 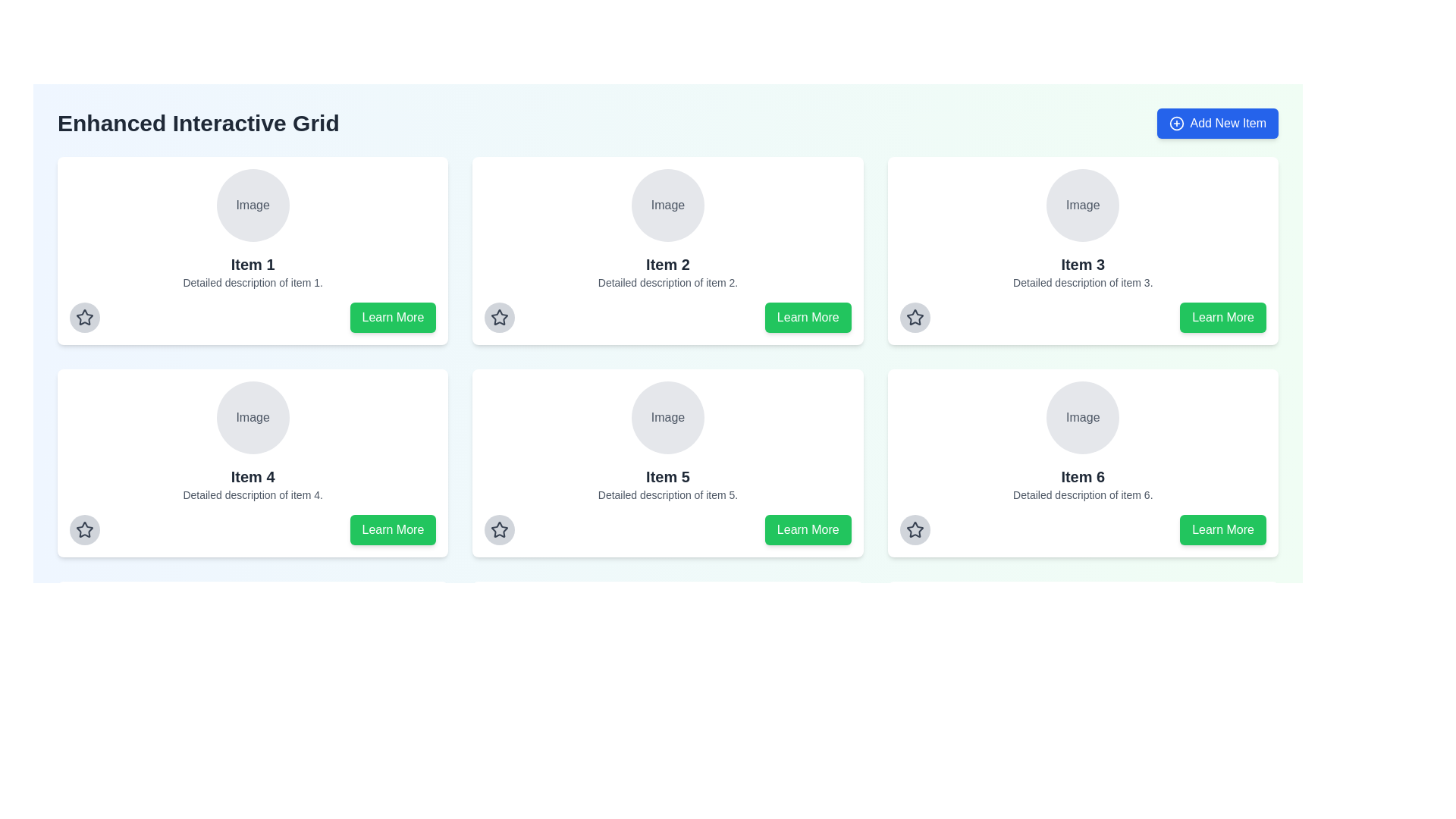 I want to click on the text label element displaying 'Item 4', located beneath the image and above the detailed description in the fourth card of the grid layout, so click(x=253, y=475).